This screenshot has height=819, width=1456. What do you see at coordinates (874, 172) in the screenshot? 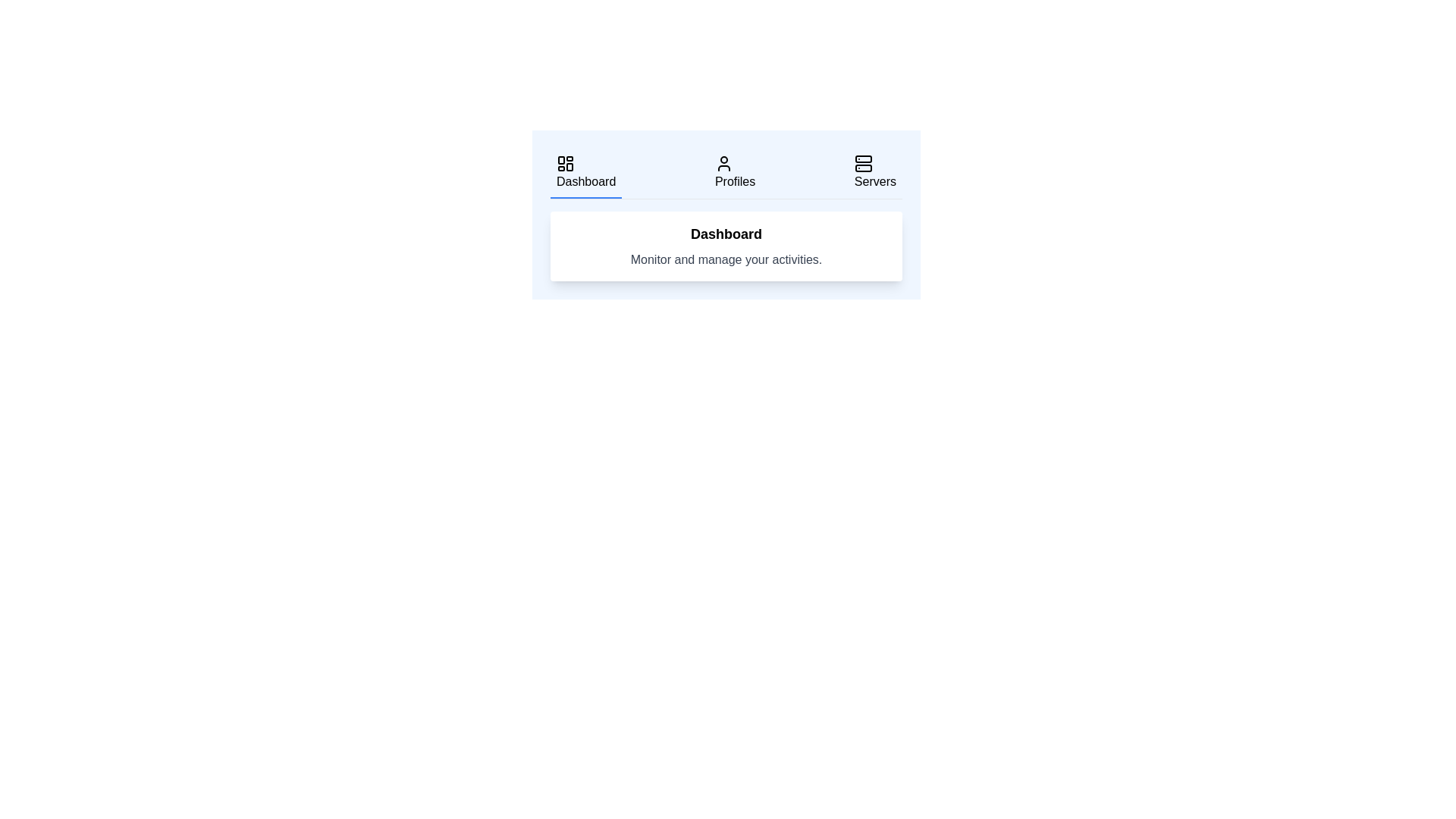
I see `the tab labeled Servers` at bounding box center [874, 172].